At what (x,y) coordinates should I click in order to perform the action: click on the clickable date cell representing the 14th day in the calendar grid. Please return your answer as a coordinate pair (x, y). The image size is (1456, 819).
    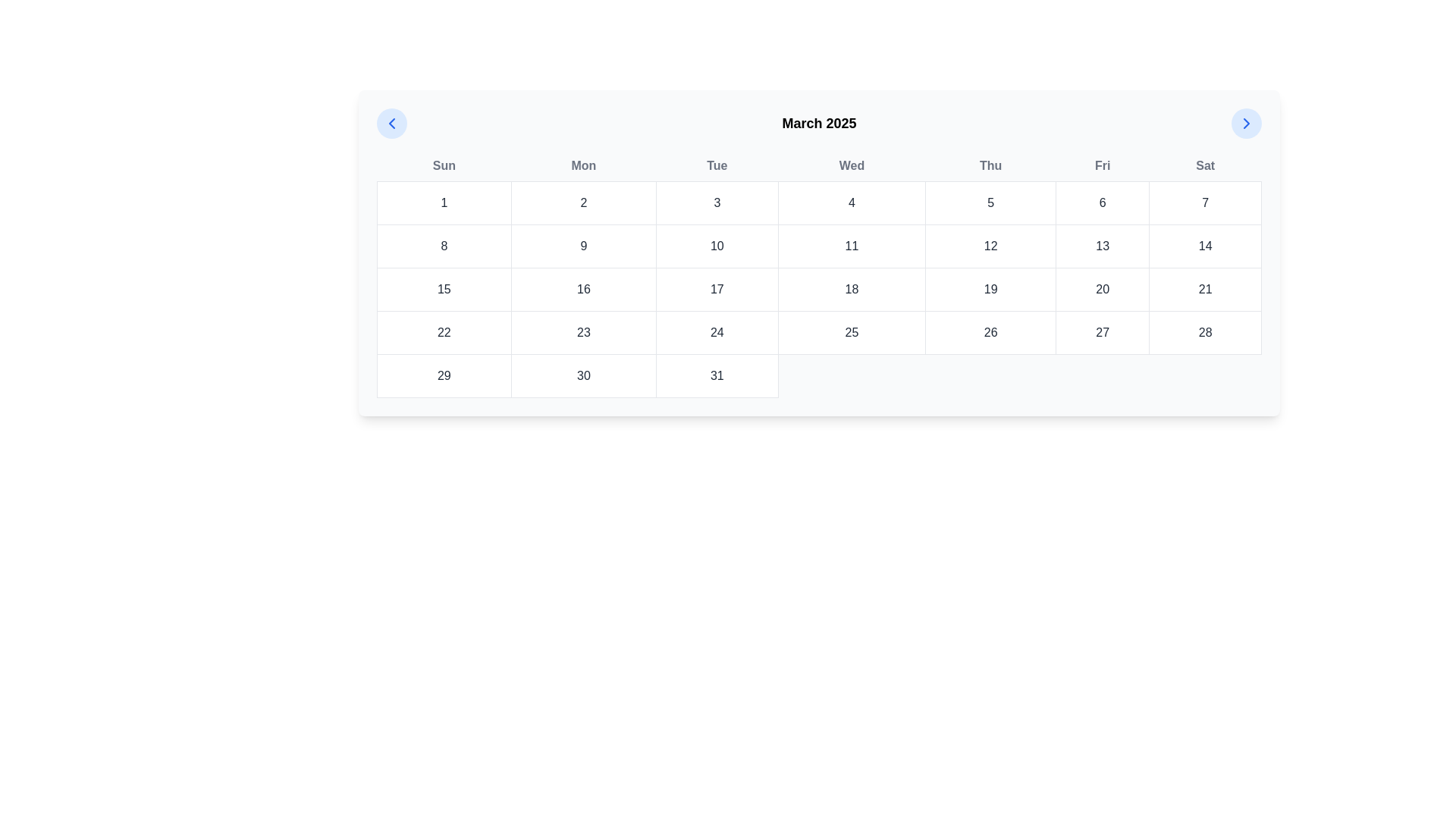
    Looking at the image, I should click on (1204, 245).